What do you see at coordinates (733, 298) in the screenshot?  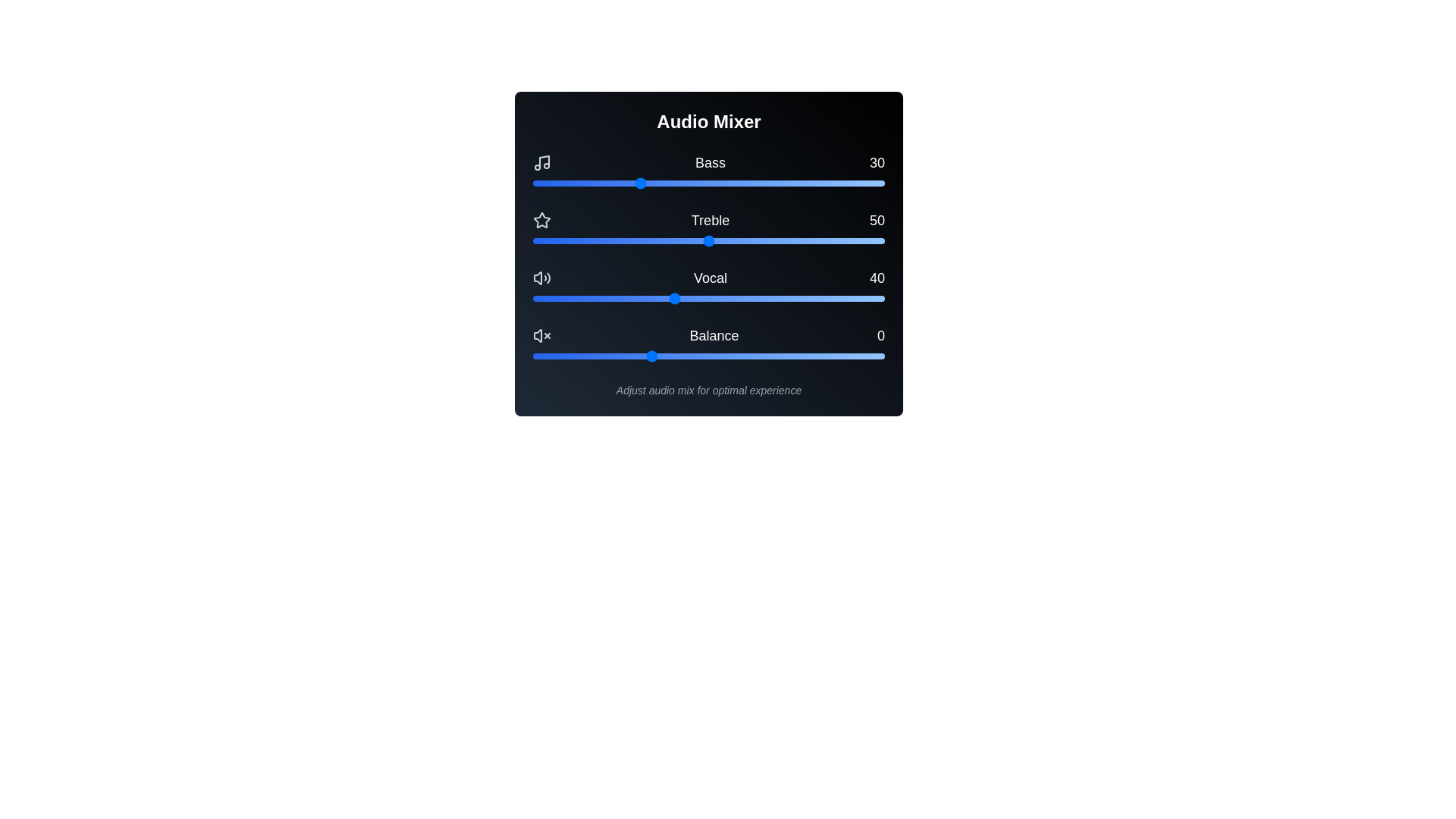 I see `the Vocal slider to set the vocal level to 57` at bounding box center [733, 298].